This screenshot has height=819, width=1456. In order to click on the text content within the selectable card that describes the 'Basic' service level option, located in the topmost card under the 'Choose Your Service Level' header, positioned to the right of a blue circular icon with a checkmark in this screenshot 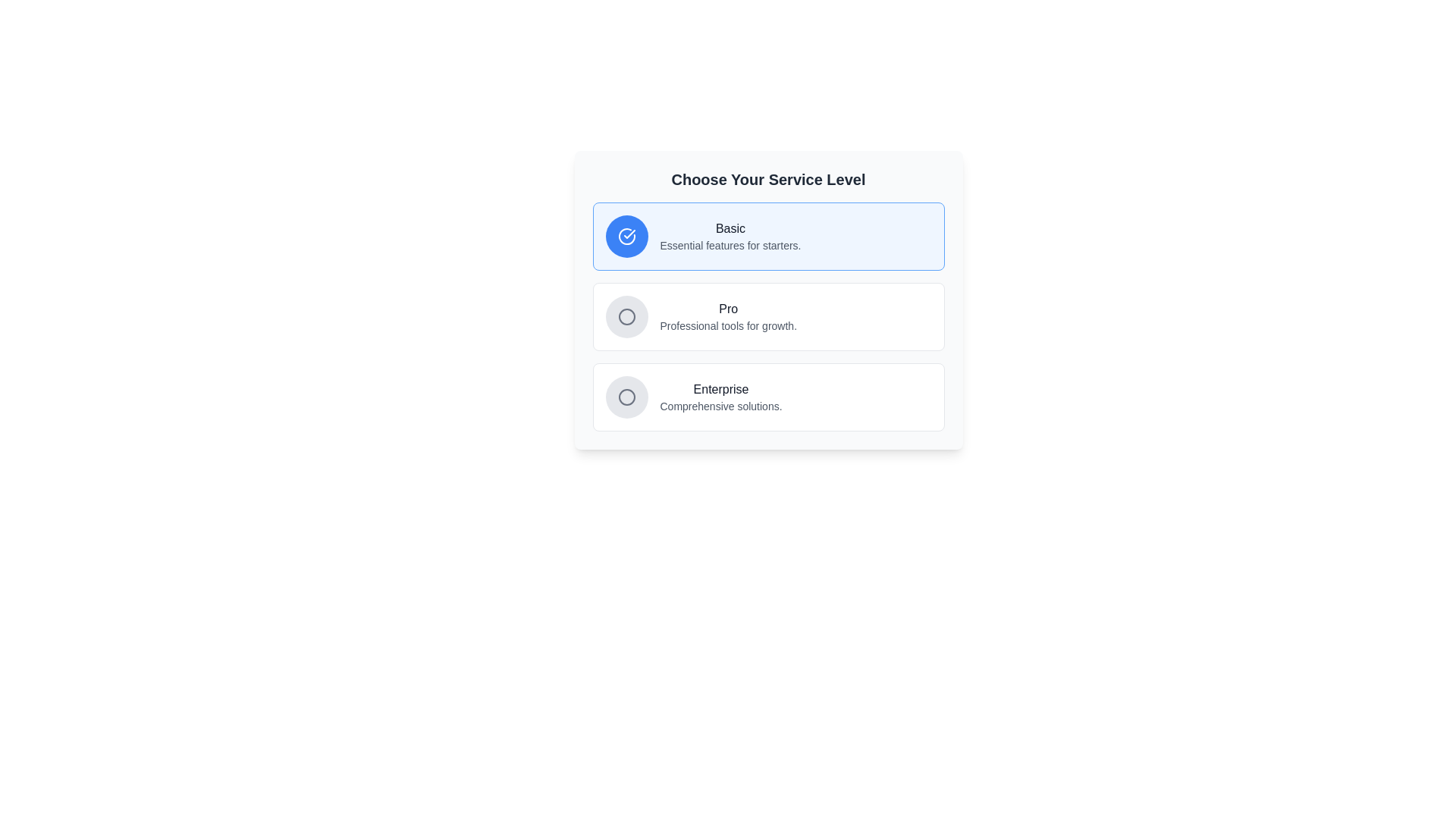, I will do `click(730, 237)`.